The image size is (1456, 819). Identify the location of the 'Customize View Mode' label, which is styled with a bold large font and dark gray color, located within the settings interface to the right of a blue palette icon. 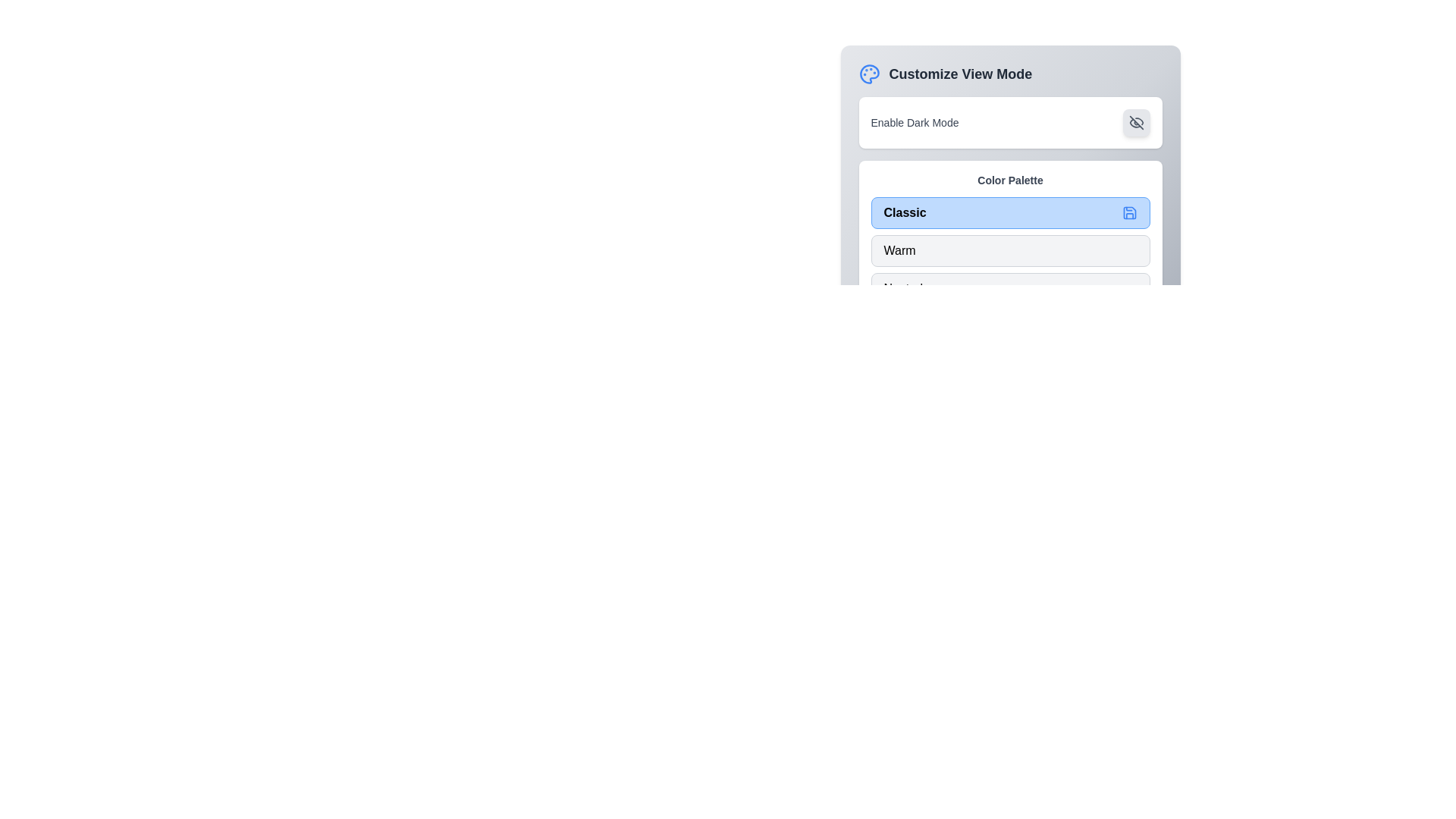
(959, 74).